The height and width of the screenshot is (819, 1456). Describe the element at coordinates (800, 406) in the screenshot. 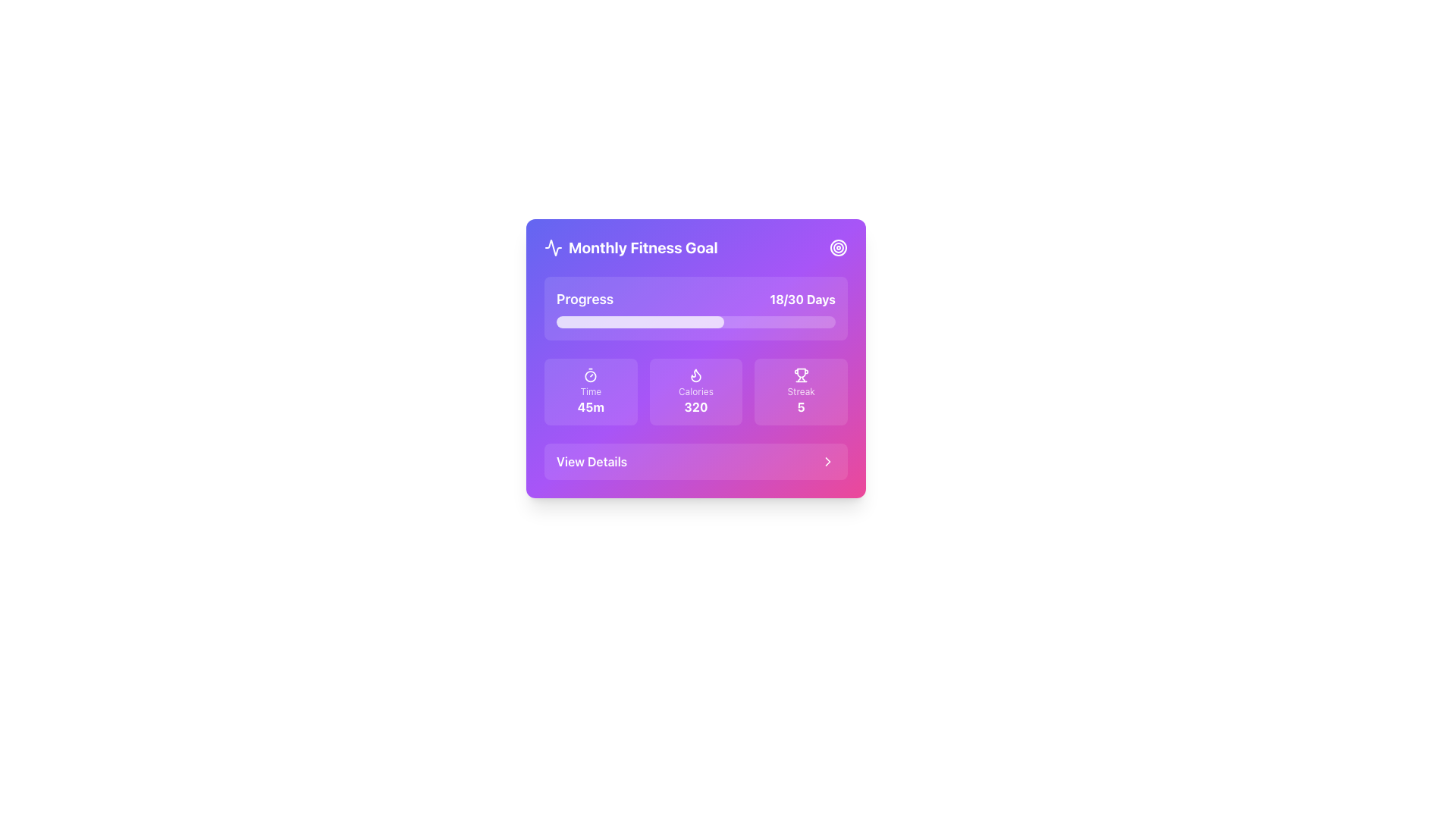

I see `the streak count displayed in the Text Display, which is centrally aligned below the 'Streak' label and above a trophy icon` at that location.